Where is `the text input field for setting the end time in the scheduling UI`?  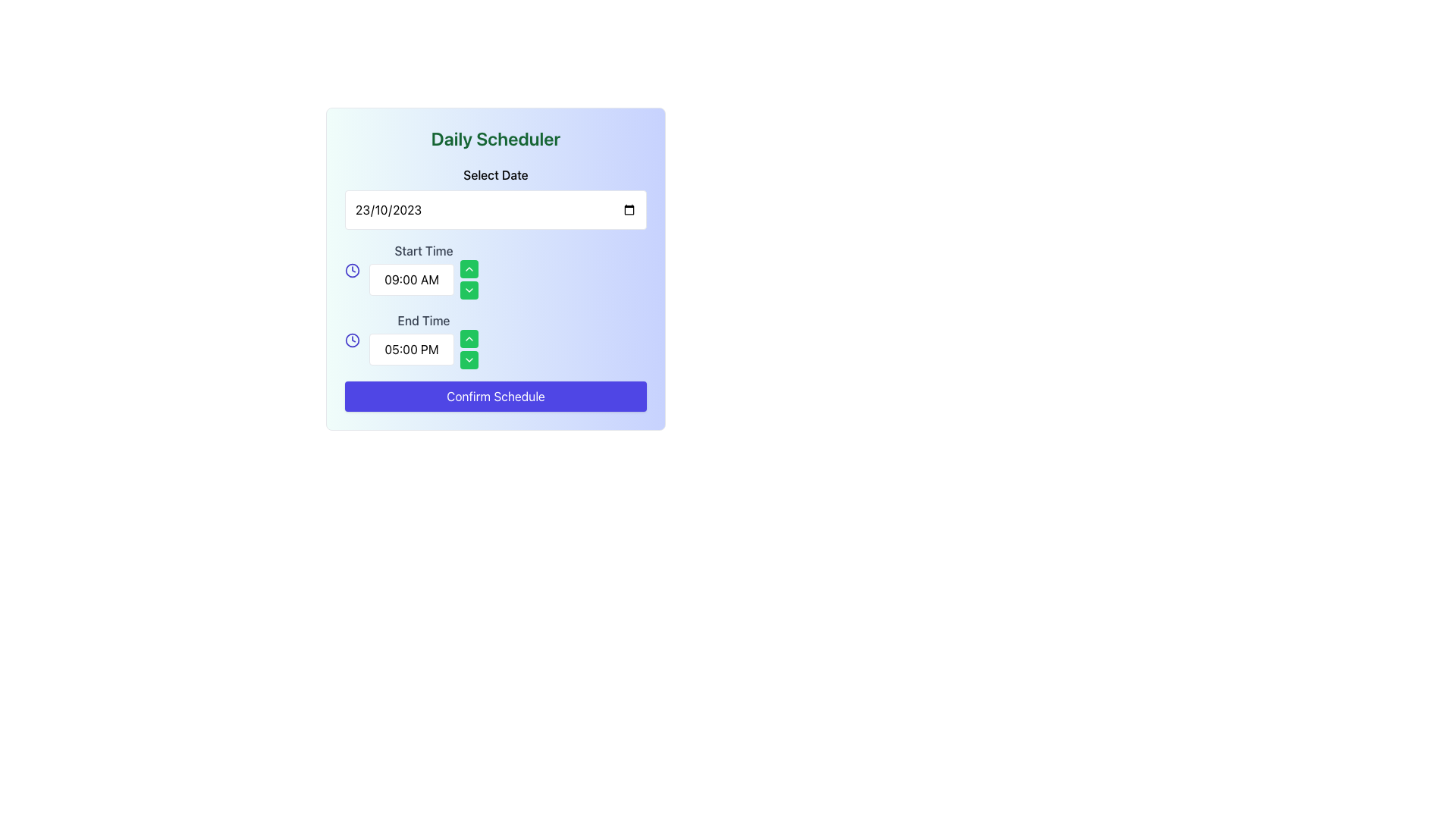
the text input field for setting the end time in the scheduling UI is located at coordinates (423, 350).